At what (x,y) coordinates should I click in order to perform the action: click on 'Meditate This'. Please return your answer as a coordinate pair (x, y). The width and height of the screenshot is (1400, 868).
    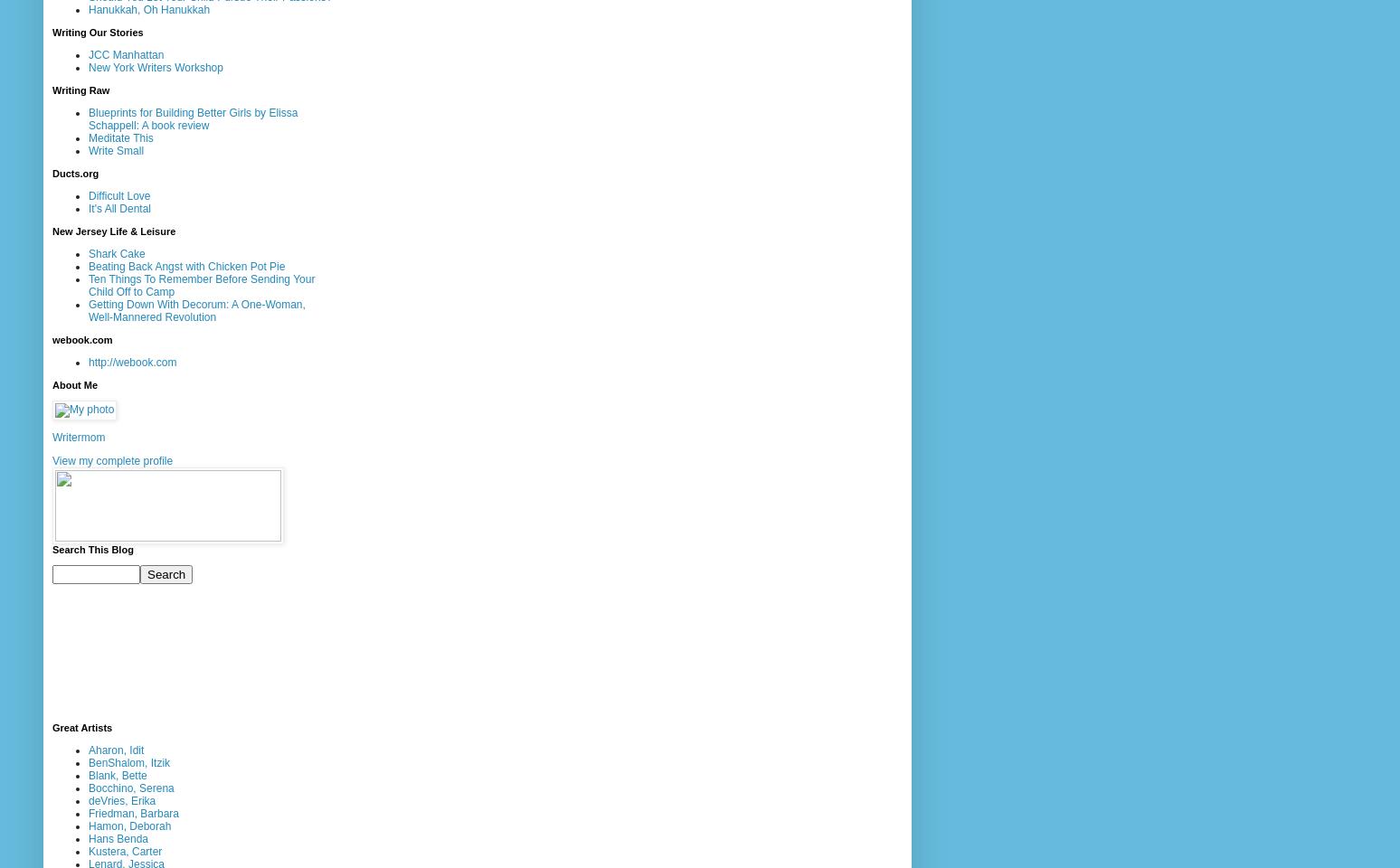
    Looking at the image, I should click on (120, 136).